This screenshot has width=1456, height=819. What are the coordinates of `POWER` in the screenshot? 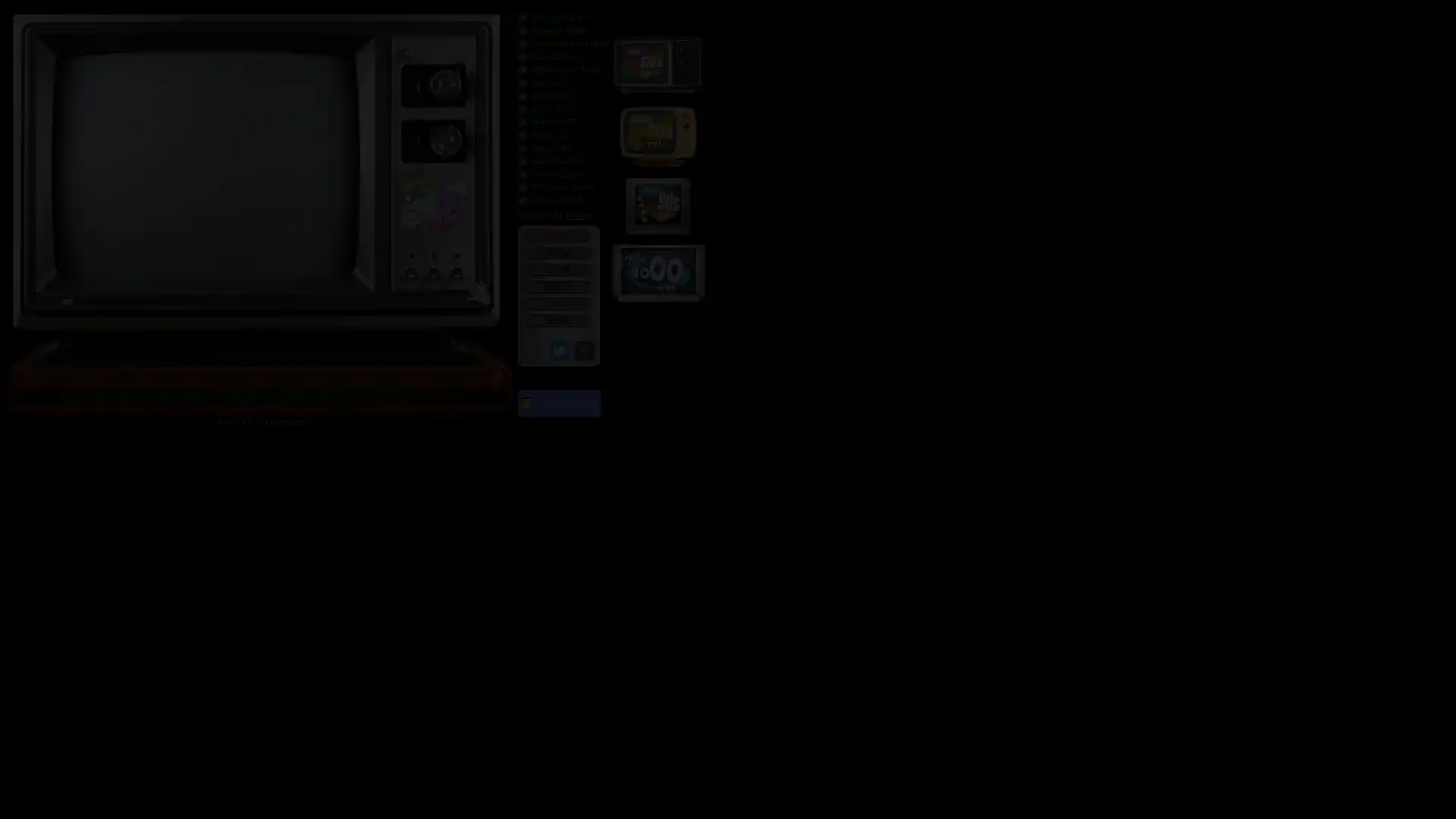 It's located at (557, 236).